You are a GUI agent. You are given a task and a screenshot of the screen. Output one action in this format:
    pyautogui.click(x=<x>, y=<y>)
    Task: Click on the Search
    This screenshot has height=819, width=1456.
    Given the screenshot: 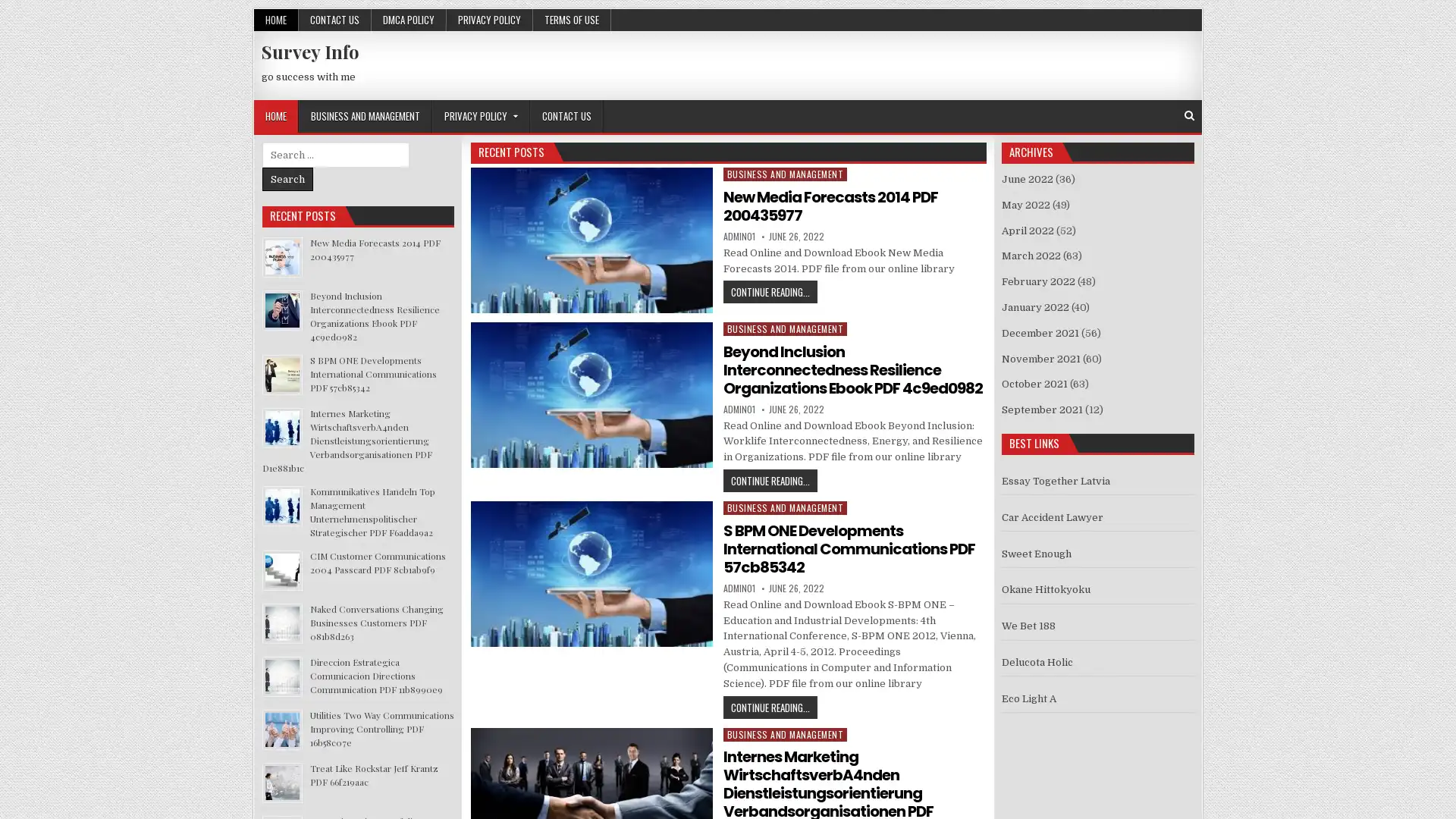 What is the action you would take?
    pyautogui.click(x=287, y=178)
    